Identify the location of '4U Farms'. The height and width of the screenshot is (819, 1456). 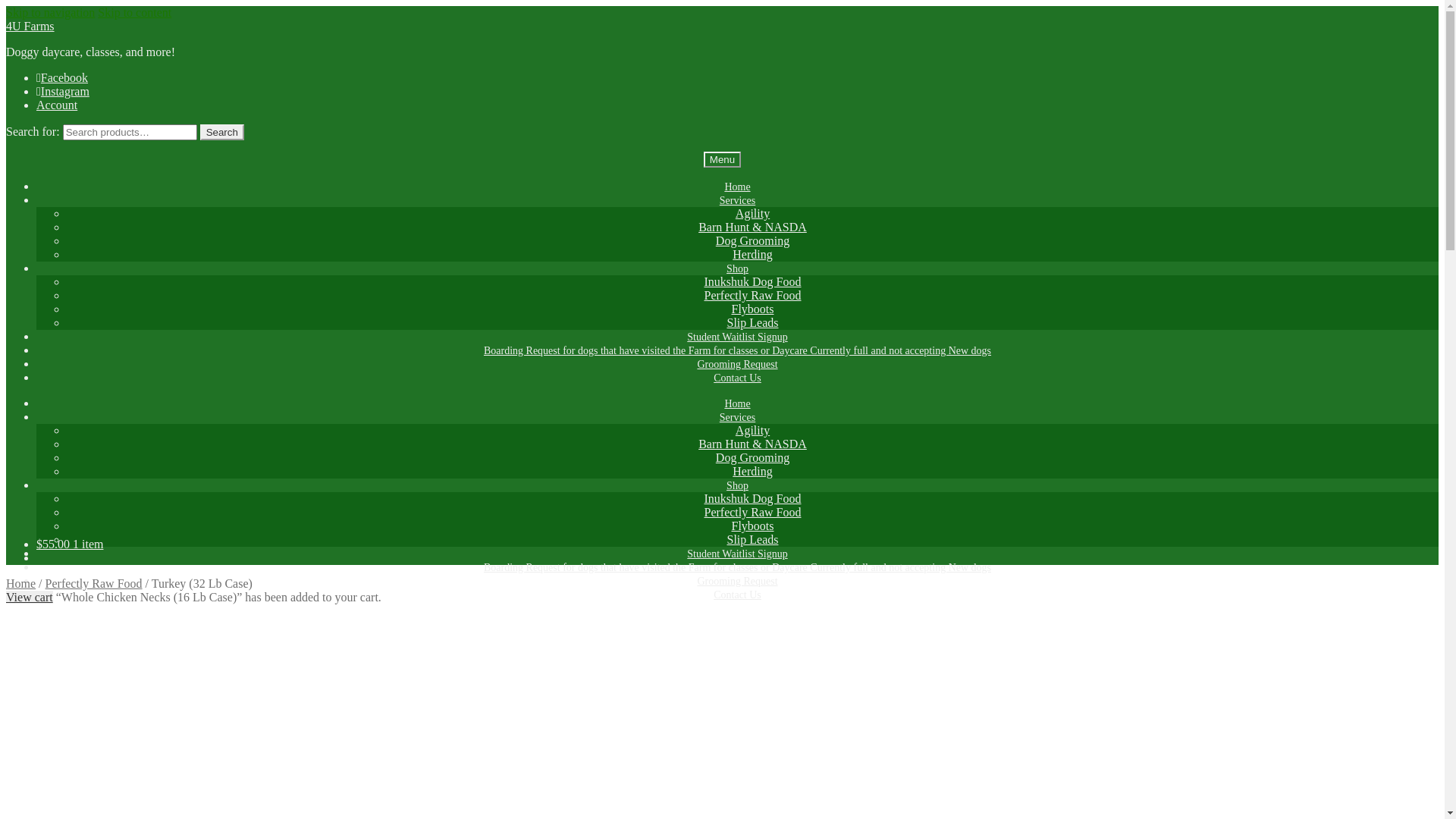
(30, 26).